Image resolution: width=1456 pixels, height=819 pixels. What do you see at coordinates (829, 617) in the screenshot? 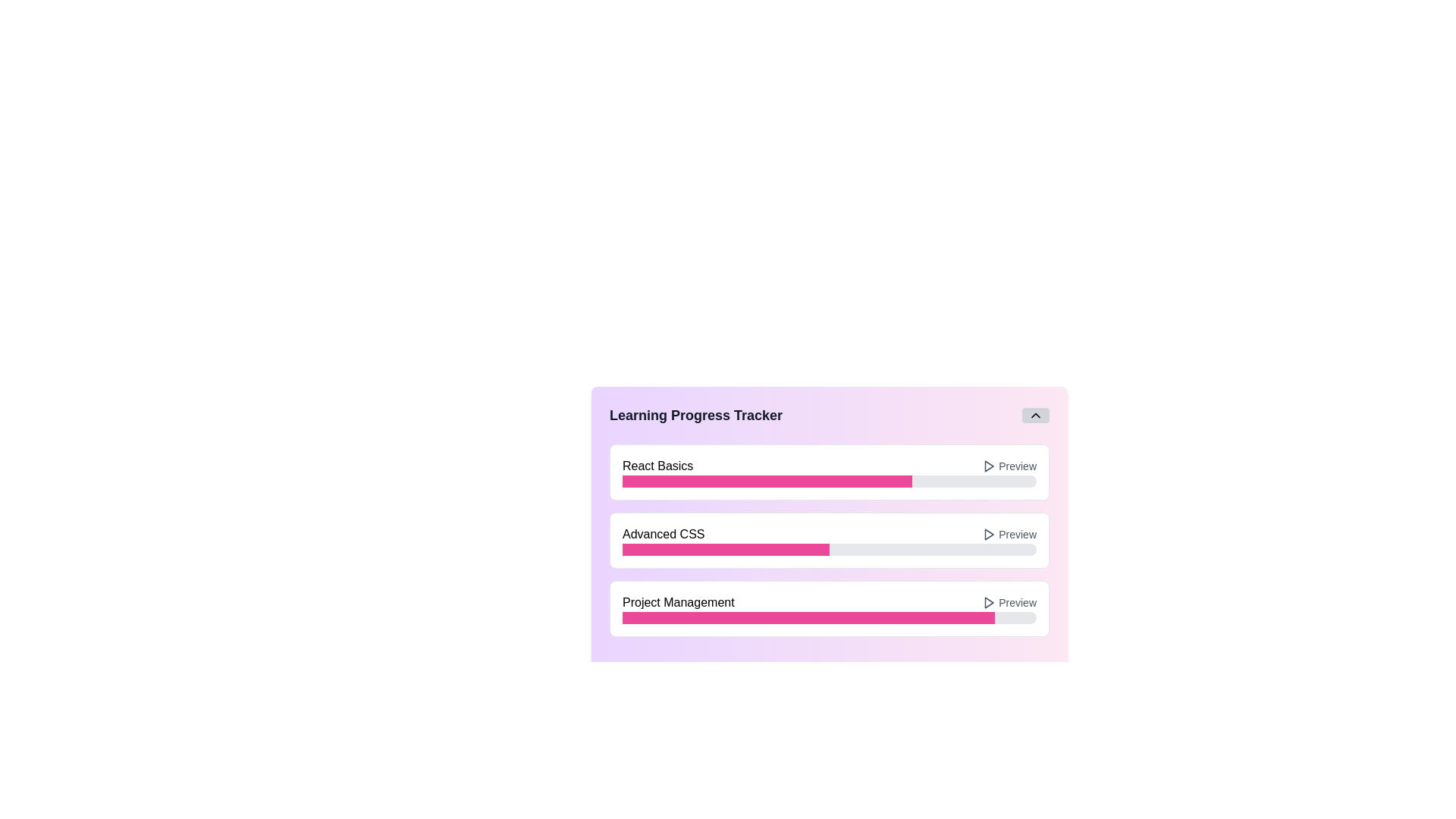
I see `the progress bar styled as a horizontal rounded rectangle with a light gray background and a pink-filled section, located at the bottom of the 'Project Management' card in the 'Learning Progress Tracker' UI section` at bounding box center [829, 617].